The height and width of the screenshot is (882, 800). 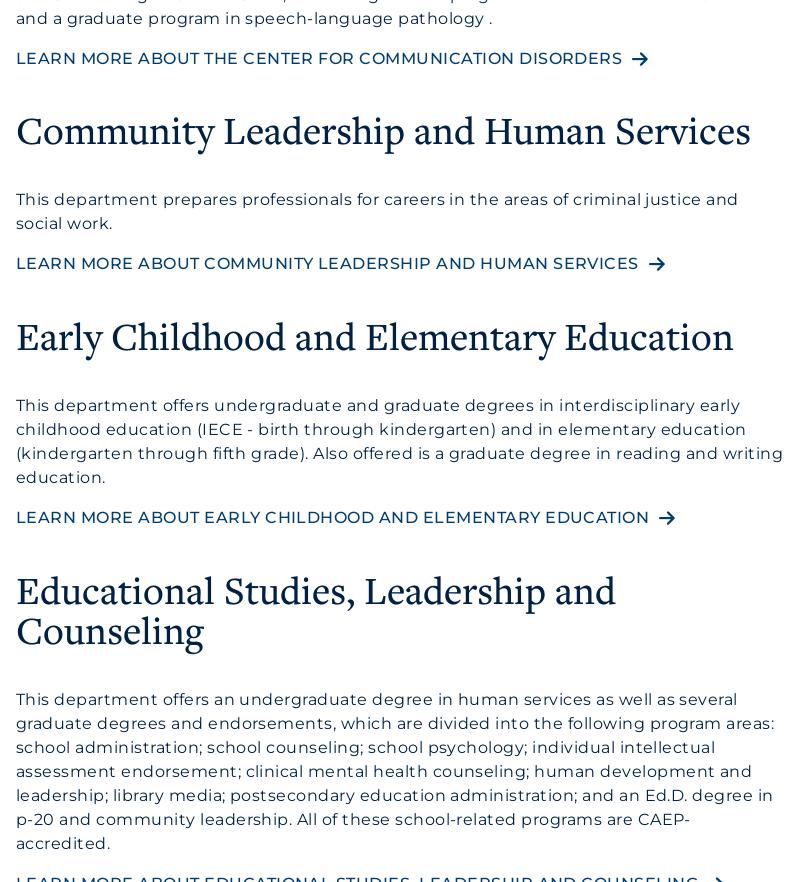 What do you see at coordinates (331, 517) in the screenshot?
I see `'Learn more about Early Childhood and Elementary Education'` at bounding box center [331, 517].